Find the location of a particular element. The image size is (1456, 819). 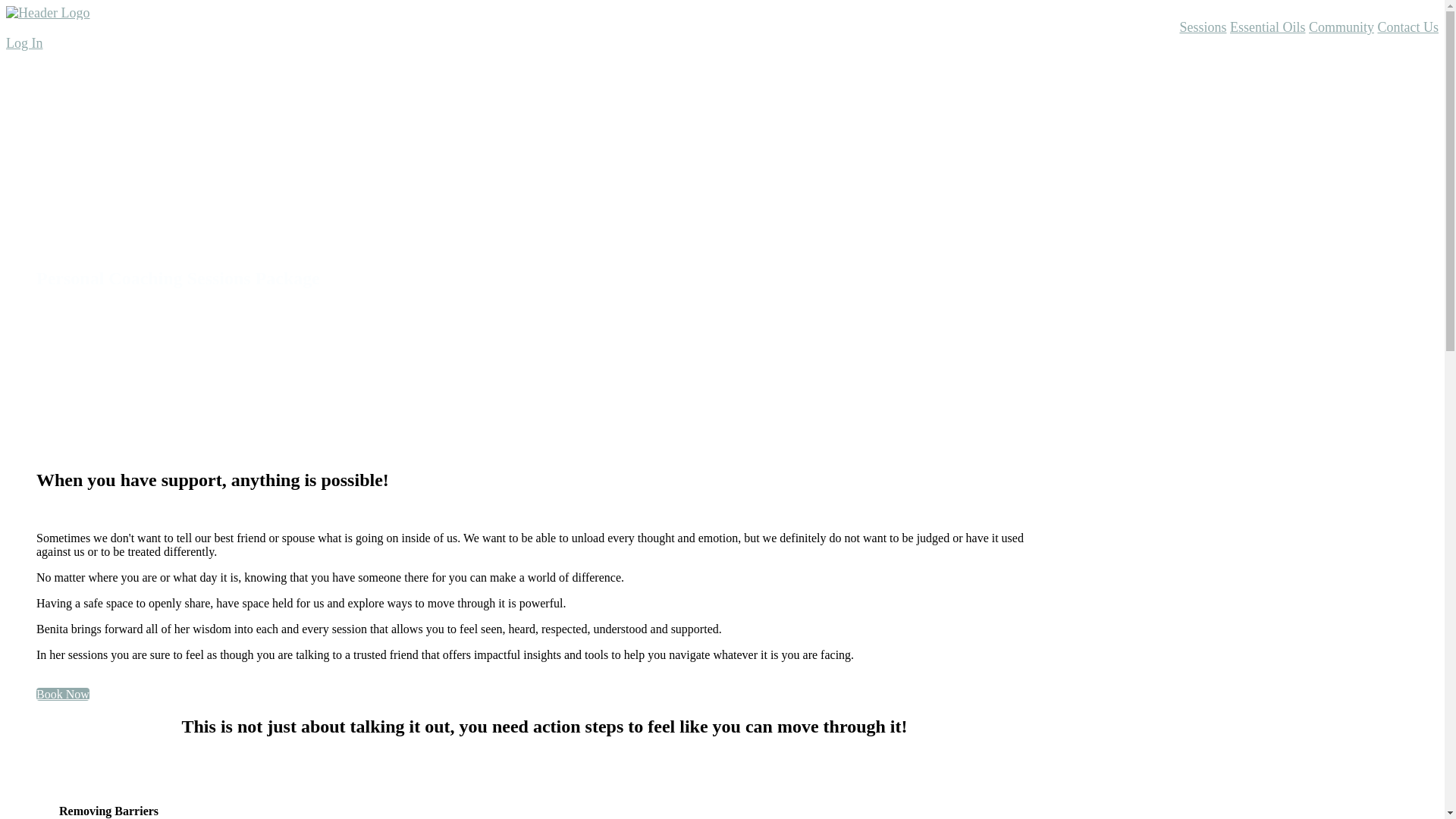

'Community' is located at coordinates (1308, 27).